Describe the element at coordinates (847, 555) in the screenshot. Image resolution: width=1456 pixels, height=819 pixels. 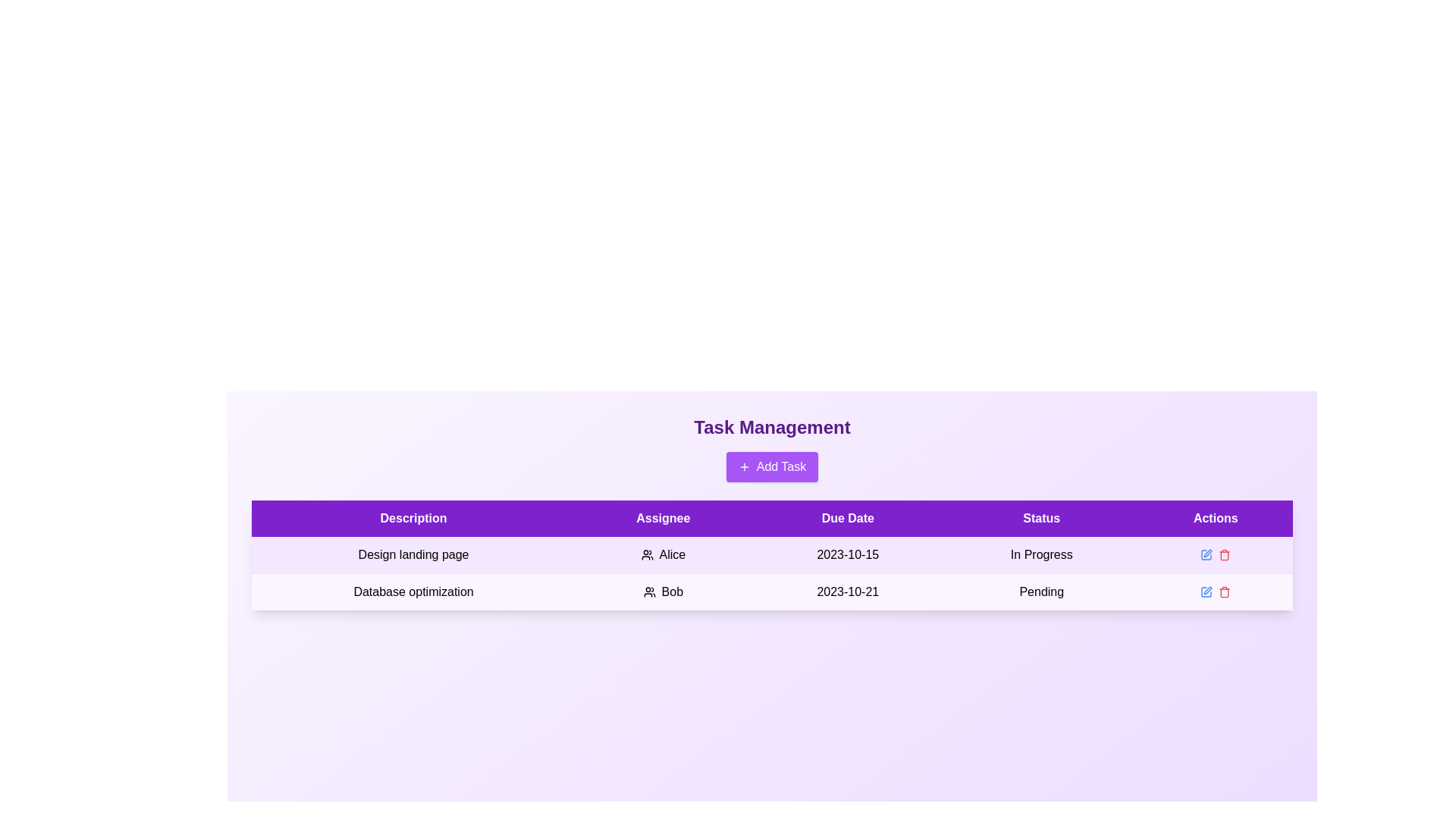
I see `the text displaying the due date '2023-10-15' in the 'Due Date' column of the task management table` at that location.